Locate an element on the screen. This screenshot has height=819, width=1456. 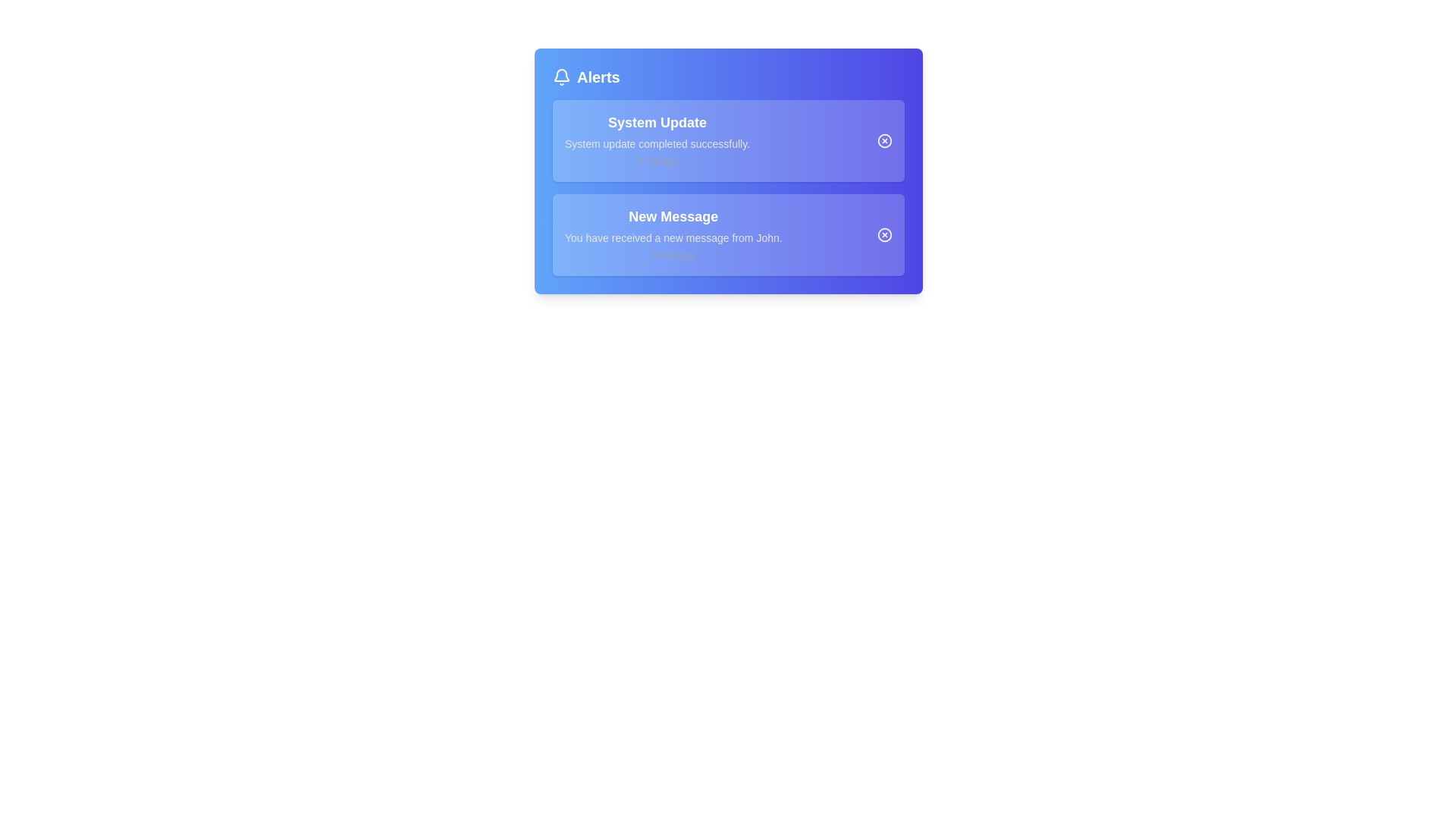
information presented in the first notification titled 'System Update', which includes the bold label, the gray message about the update completion, and the timestamp is located at coordinates (657, 140).